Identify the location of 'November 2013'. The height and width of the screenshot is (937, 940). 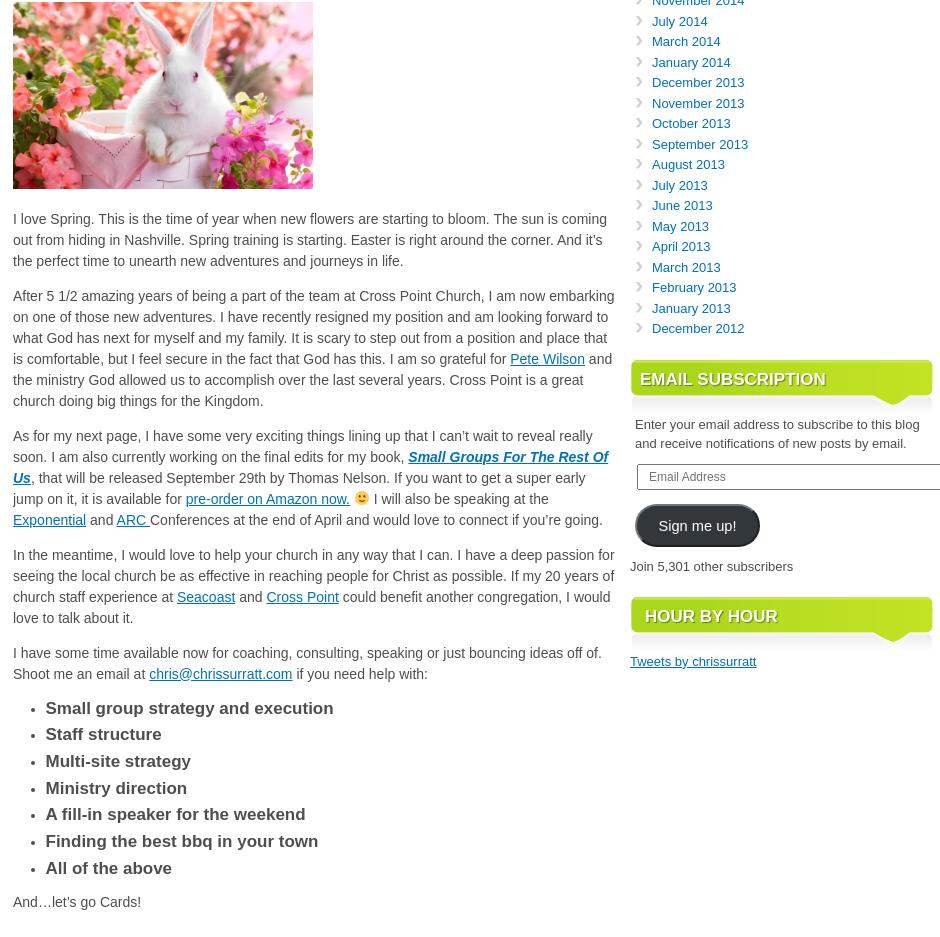
(697, 101).